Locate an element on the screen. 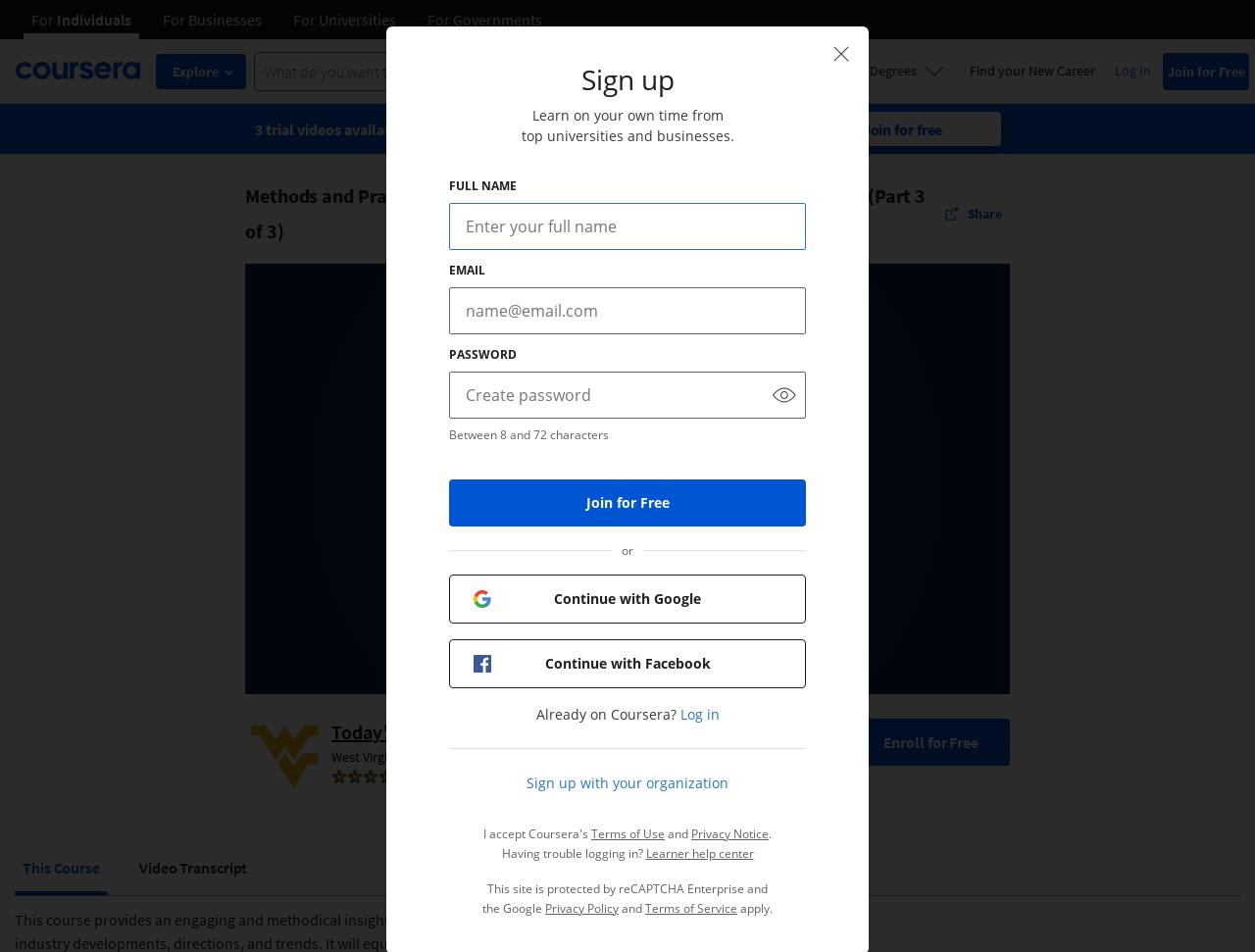 The width and height of the screenshot is (1255, 952). 'Terms of Use' is located at coordinates (627, 832).